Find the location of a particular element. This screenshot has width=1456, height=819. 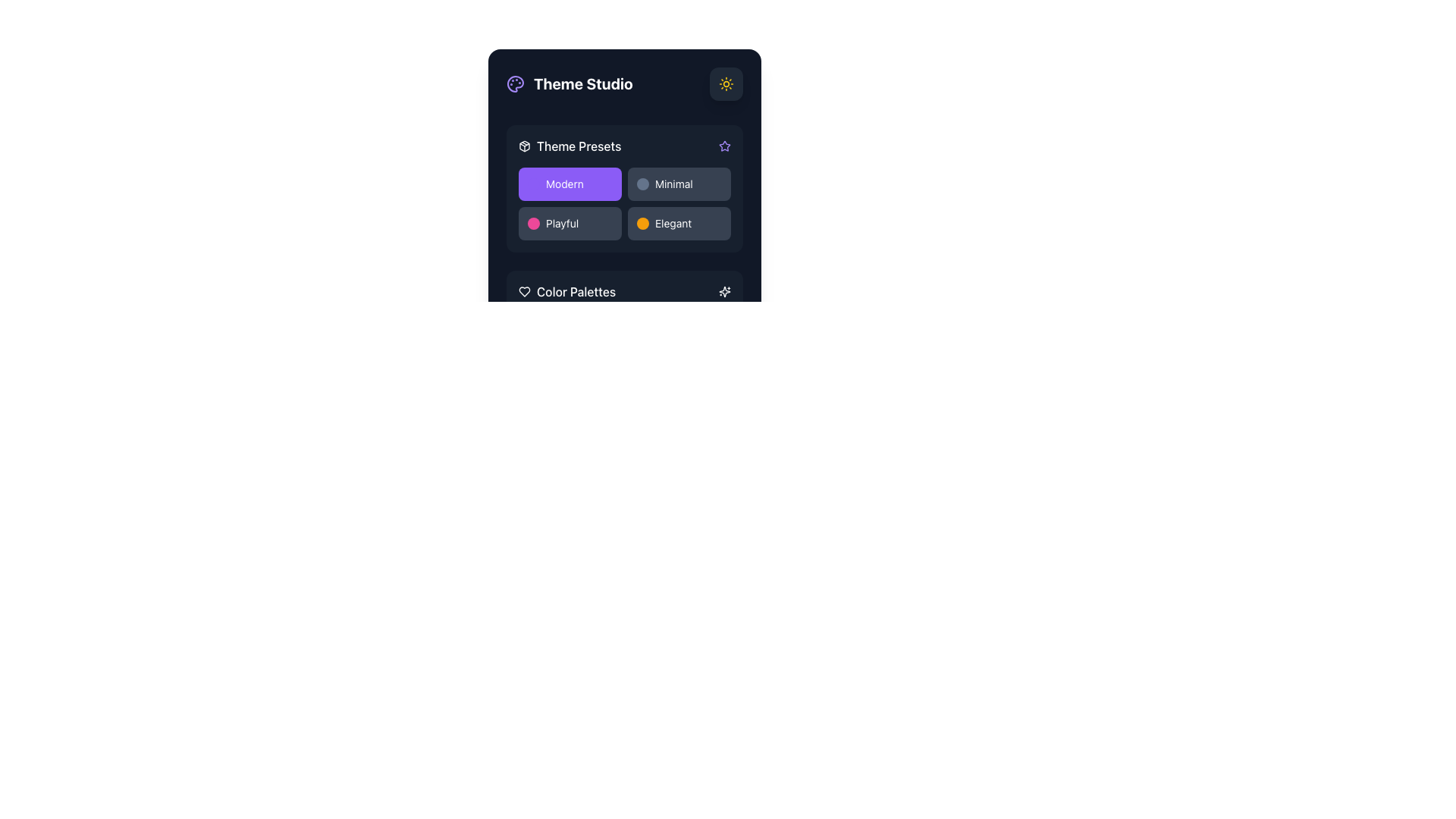

the panel in the grid layout is located at coordinates (625, 203).